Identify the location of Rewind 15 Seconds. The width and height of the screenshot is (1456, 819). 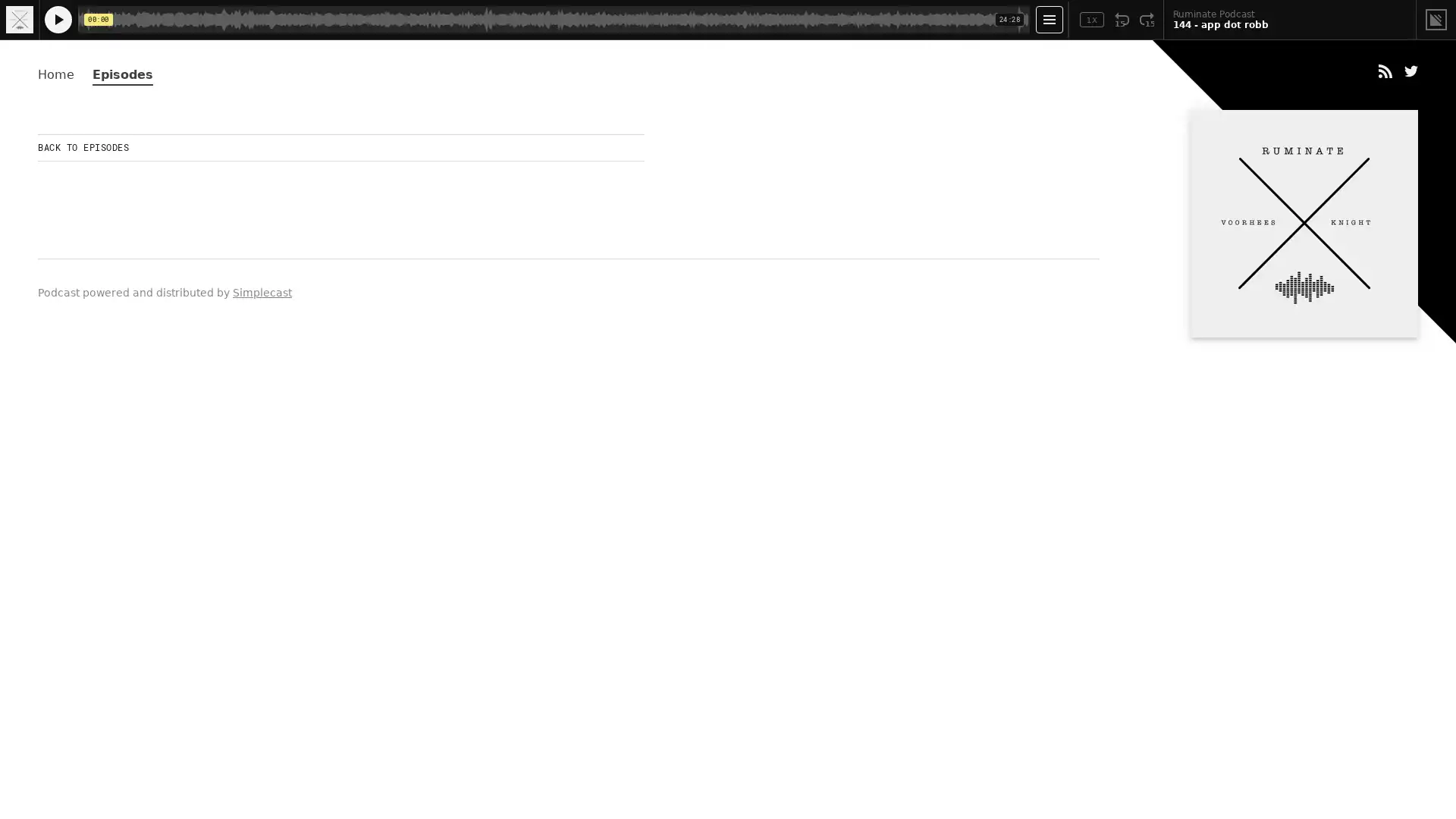
(1122, 20).